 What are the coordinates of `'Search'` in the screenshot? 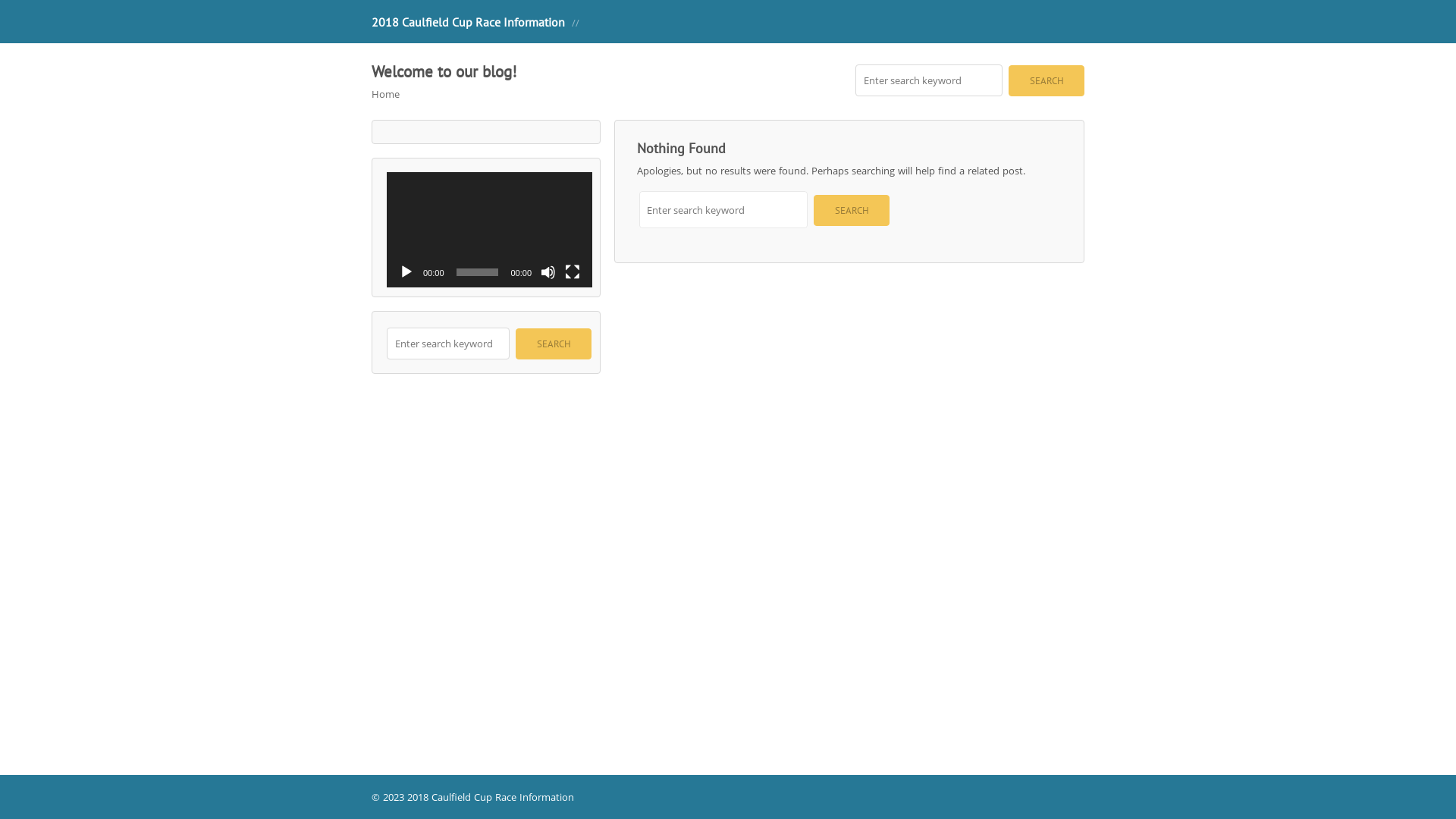 It's located at (1046, 80).